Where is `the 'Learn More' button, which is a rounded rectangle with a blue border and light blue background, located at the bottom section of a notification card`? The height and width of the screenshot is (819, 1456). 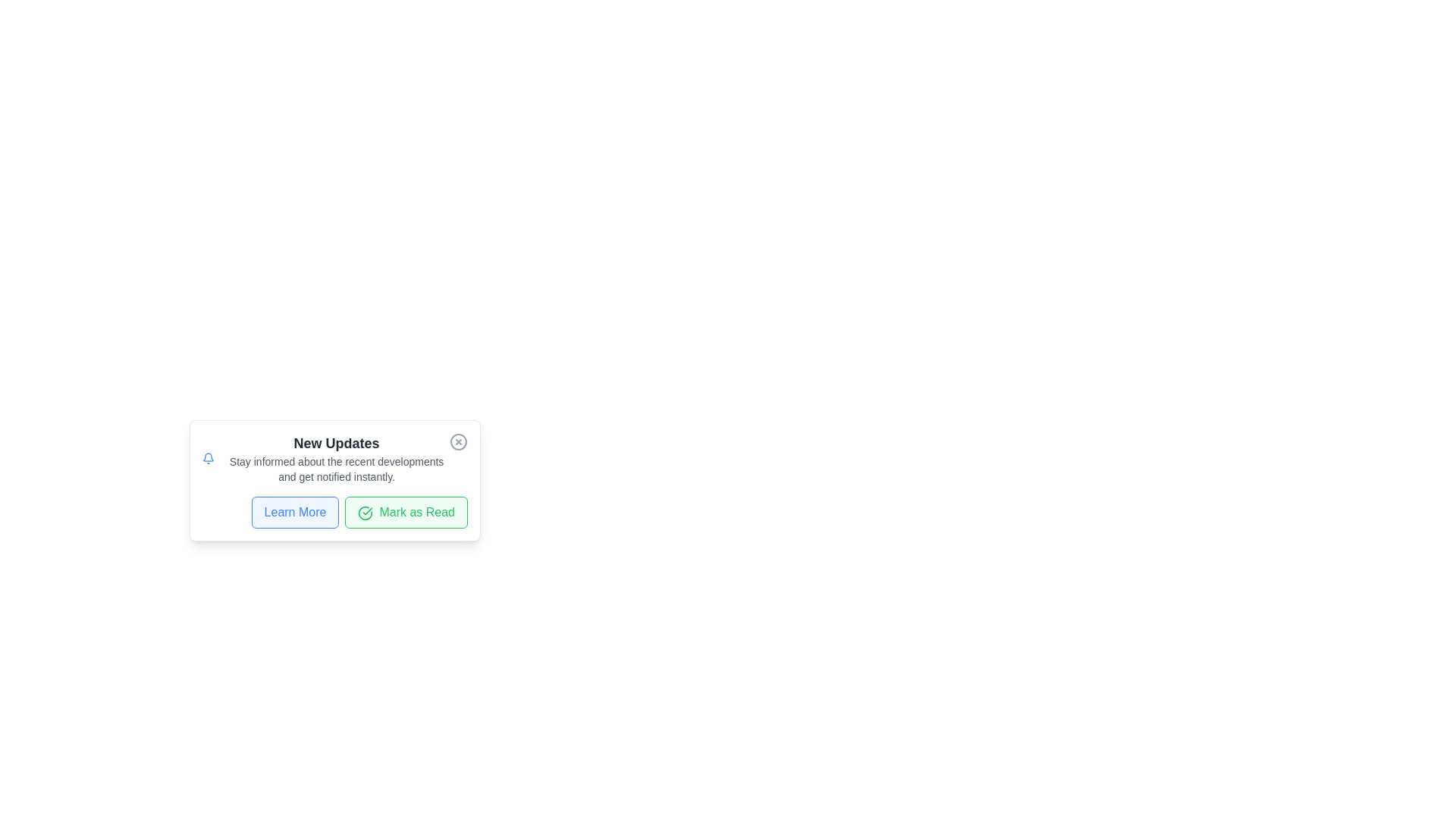 the 'Learn More' button, which is a rounded rectangle with a blue border and light blue background, located at the bottom section of a notification card is located at coordinates (295, 512).